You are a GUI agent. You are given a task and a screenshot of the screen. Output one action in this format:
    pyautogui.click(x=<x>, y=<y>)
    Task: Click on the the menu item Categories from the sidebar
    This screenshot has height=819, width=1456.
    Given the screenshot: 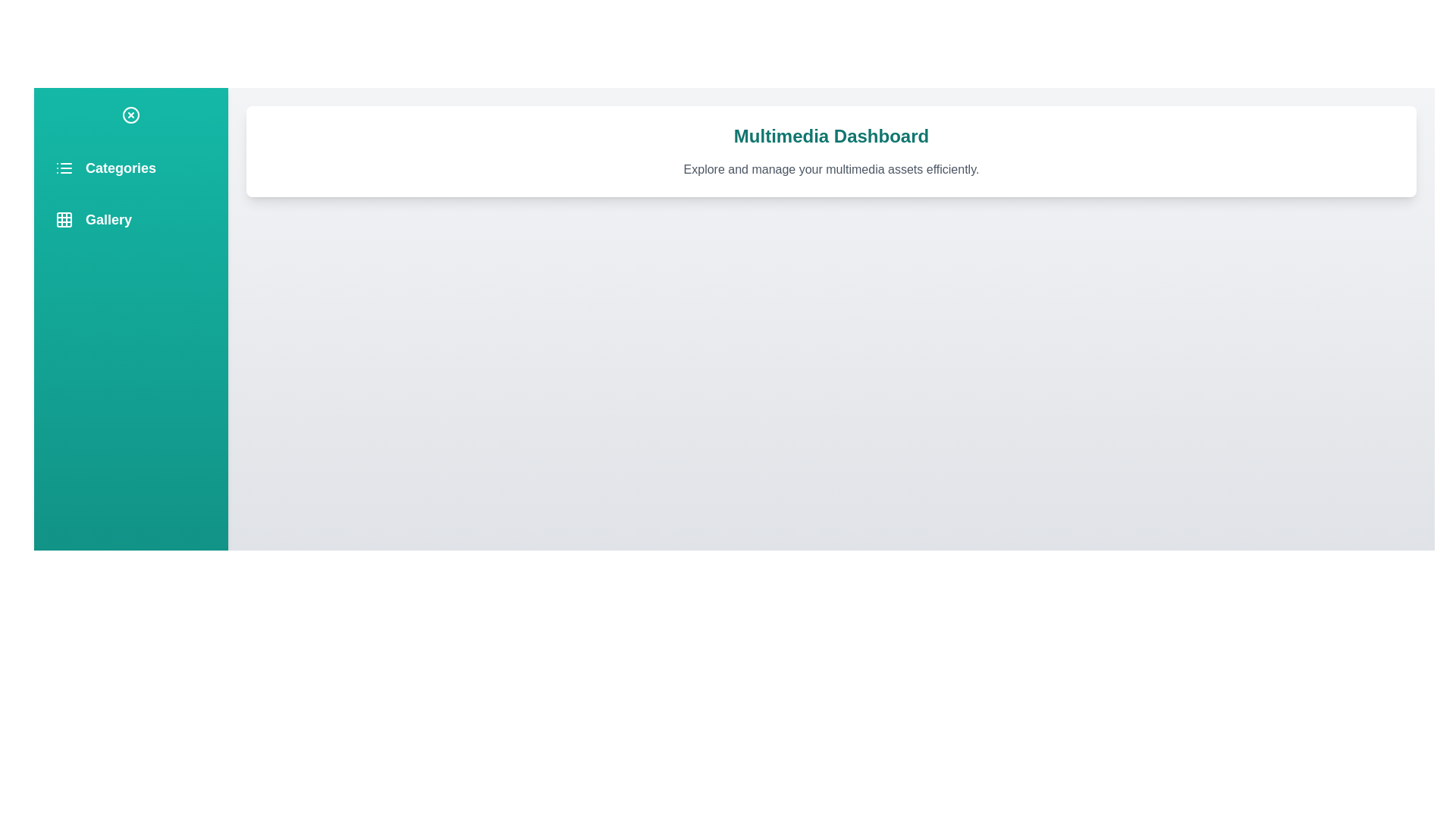 What is the action you would take?
    pyautogui.click(x=130, y=168)
    